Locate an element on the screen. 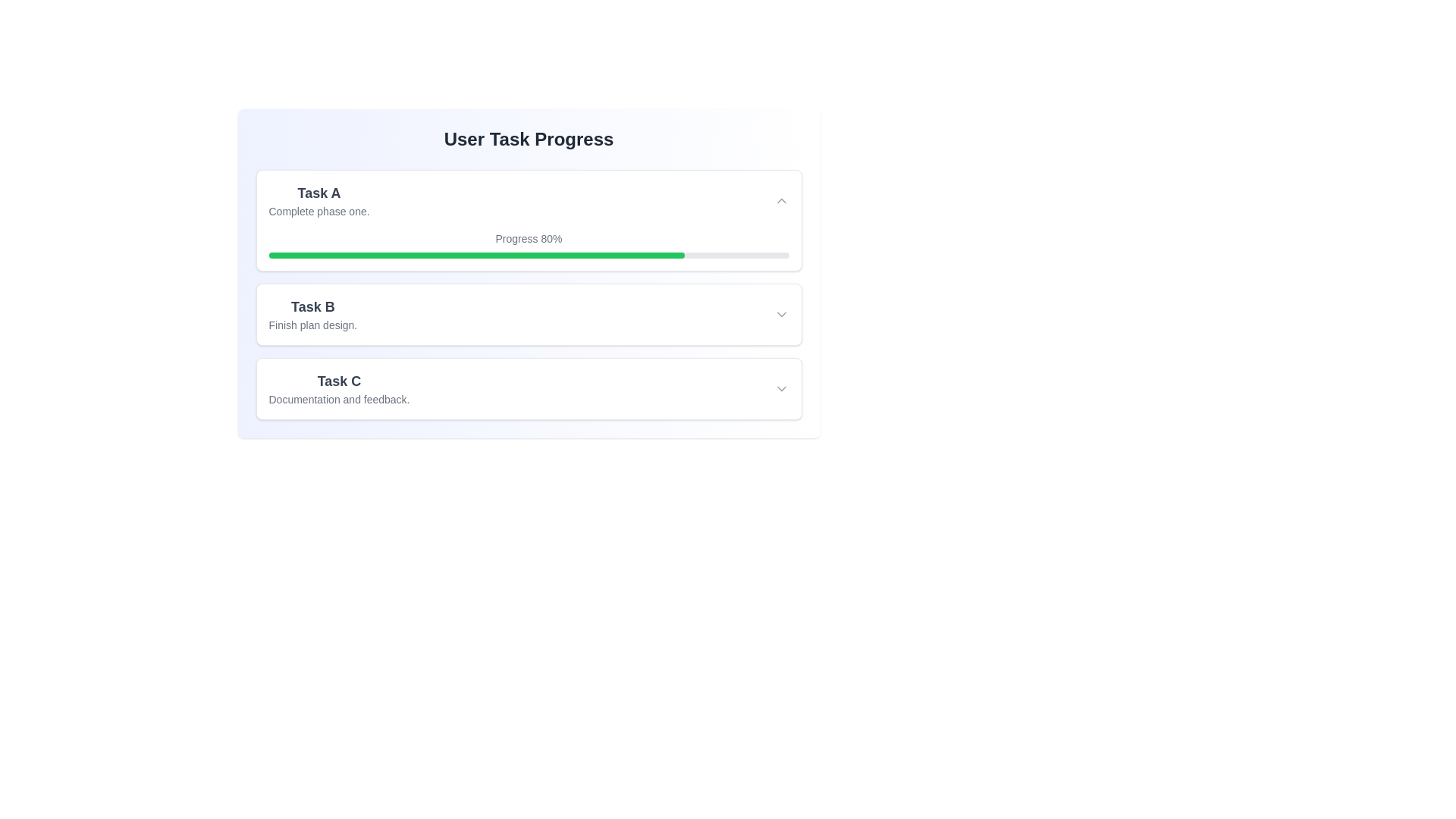 The height and width of the screenshot is (819, 1456). the dropdown toggle icon button located at the far-right side of the 'Task C' row is located at coordinates (781, 388).